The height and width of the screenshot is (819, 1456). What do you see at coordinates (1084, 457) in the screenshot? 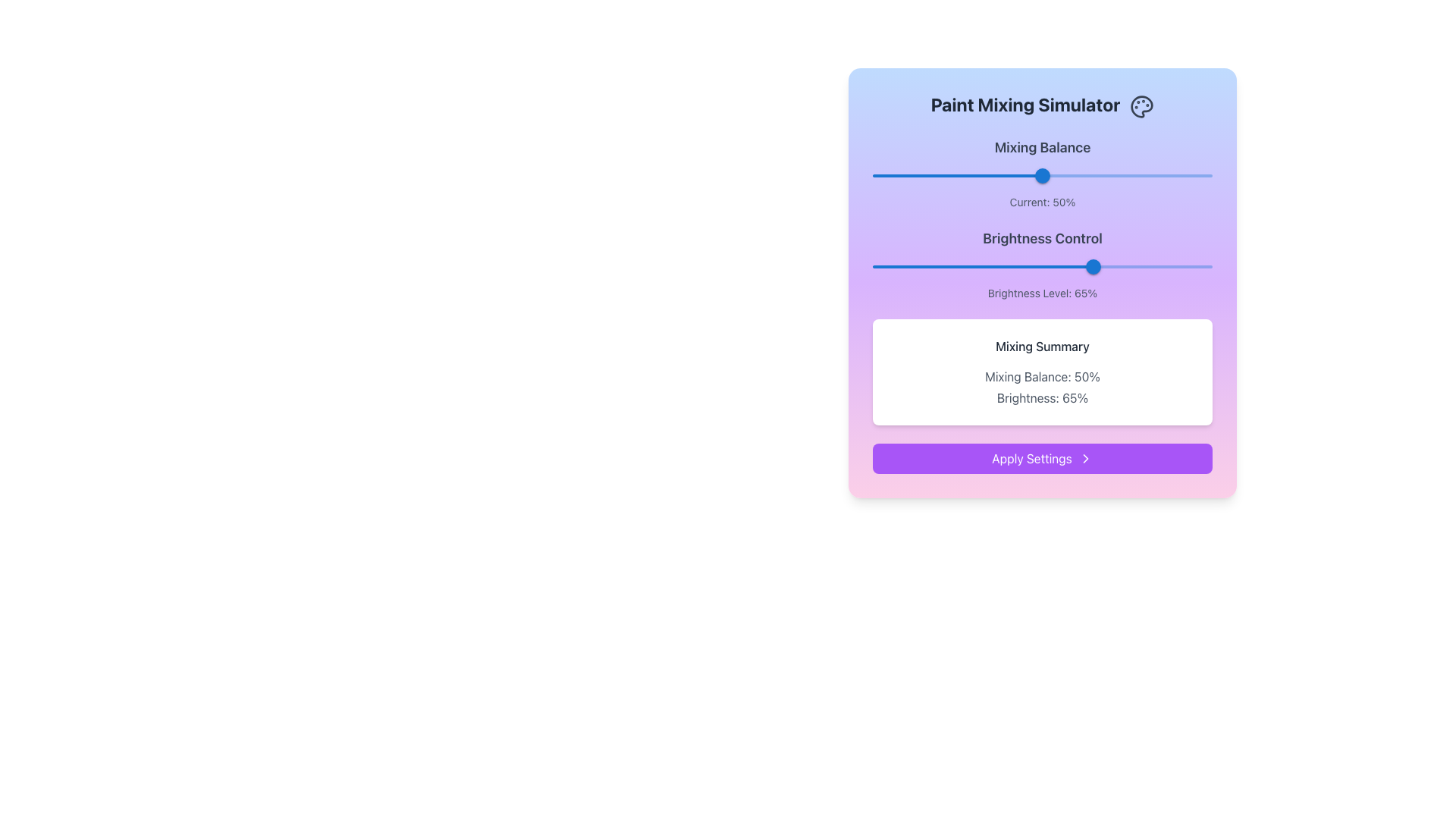
I see `the right chevron icon` at bounding box center [1084, 457].